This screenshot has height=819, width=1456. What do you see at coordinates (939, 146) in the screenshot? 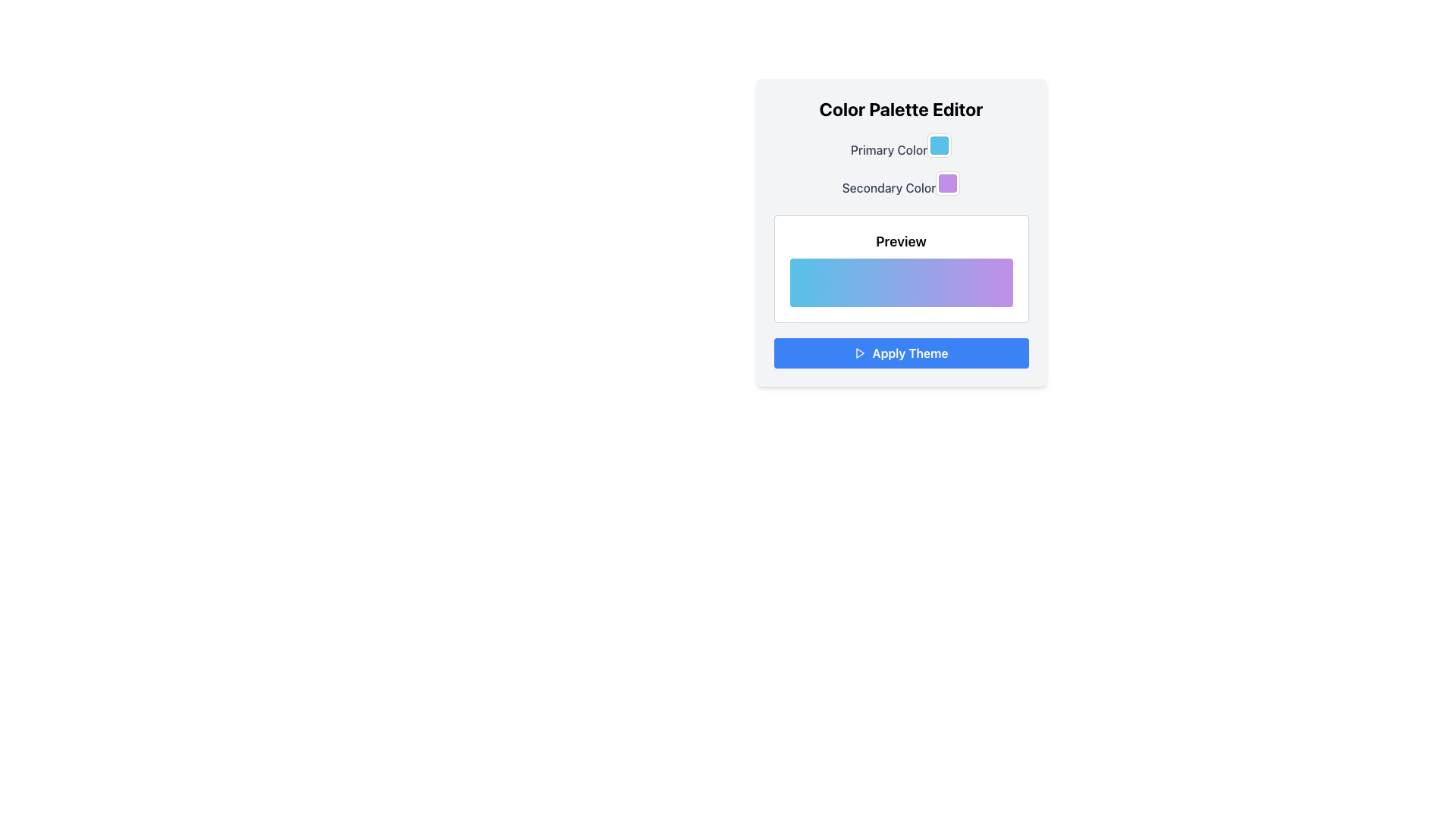
I see `the bright blue color swatch located to the right of the 'Primary Color' label in the color selection interface` at bounding box center [939, 146].